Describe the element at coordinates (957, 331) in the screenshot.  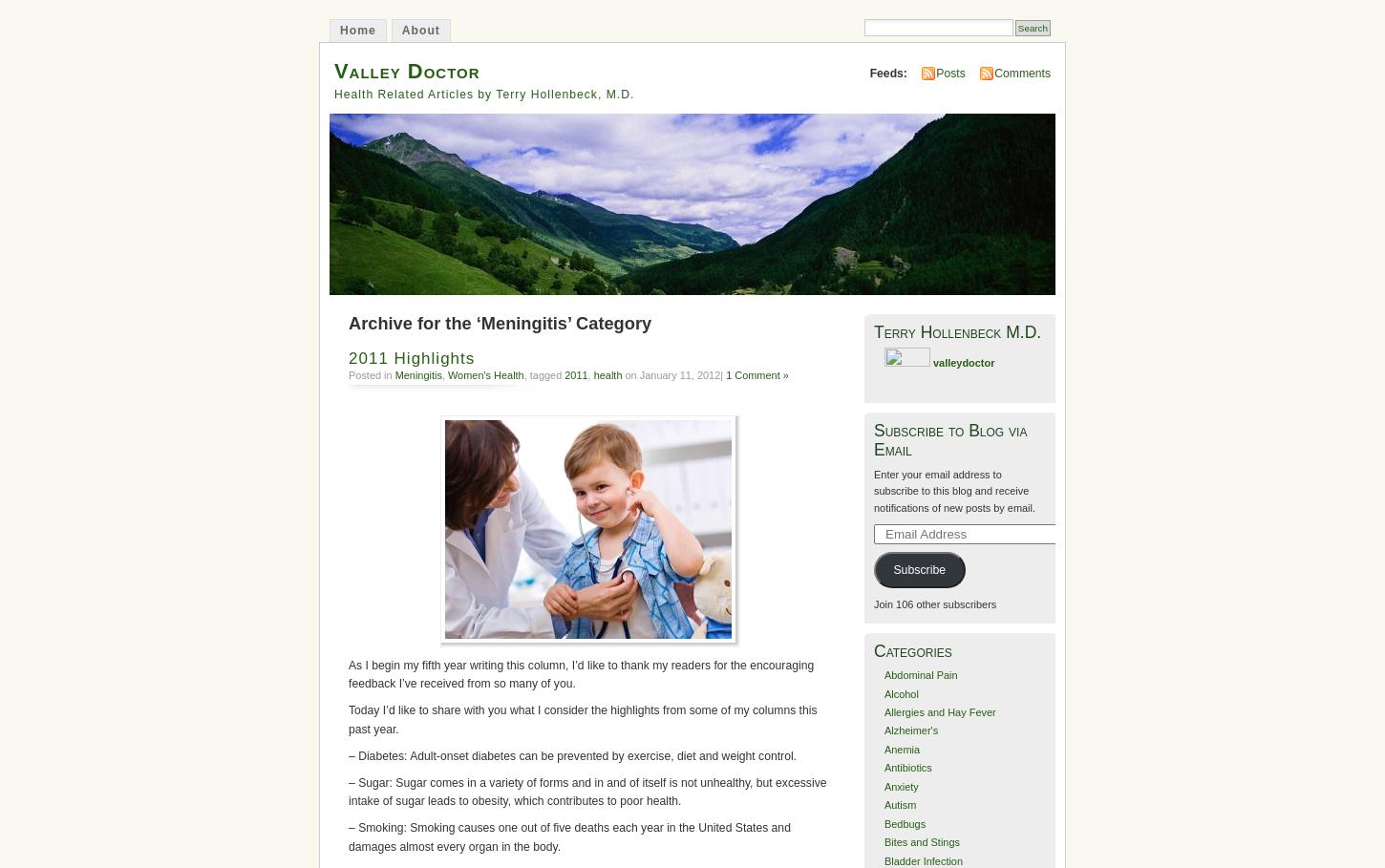
I see `'Terry Hollenbeck M.D.'` at that location.